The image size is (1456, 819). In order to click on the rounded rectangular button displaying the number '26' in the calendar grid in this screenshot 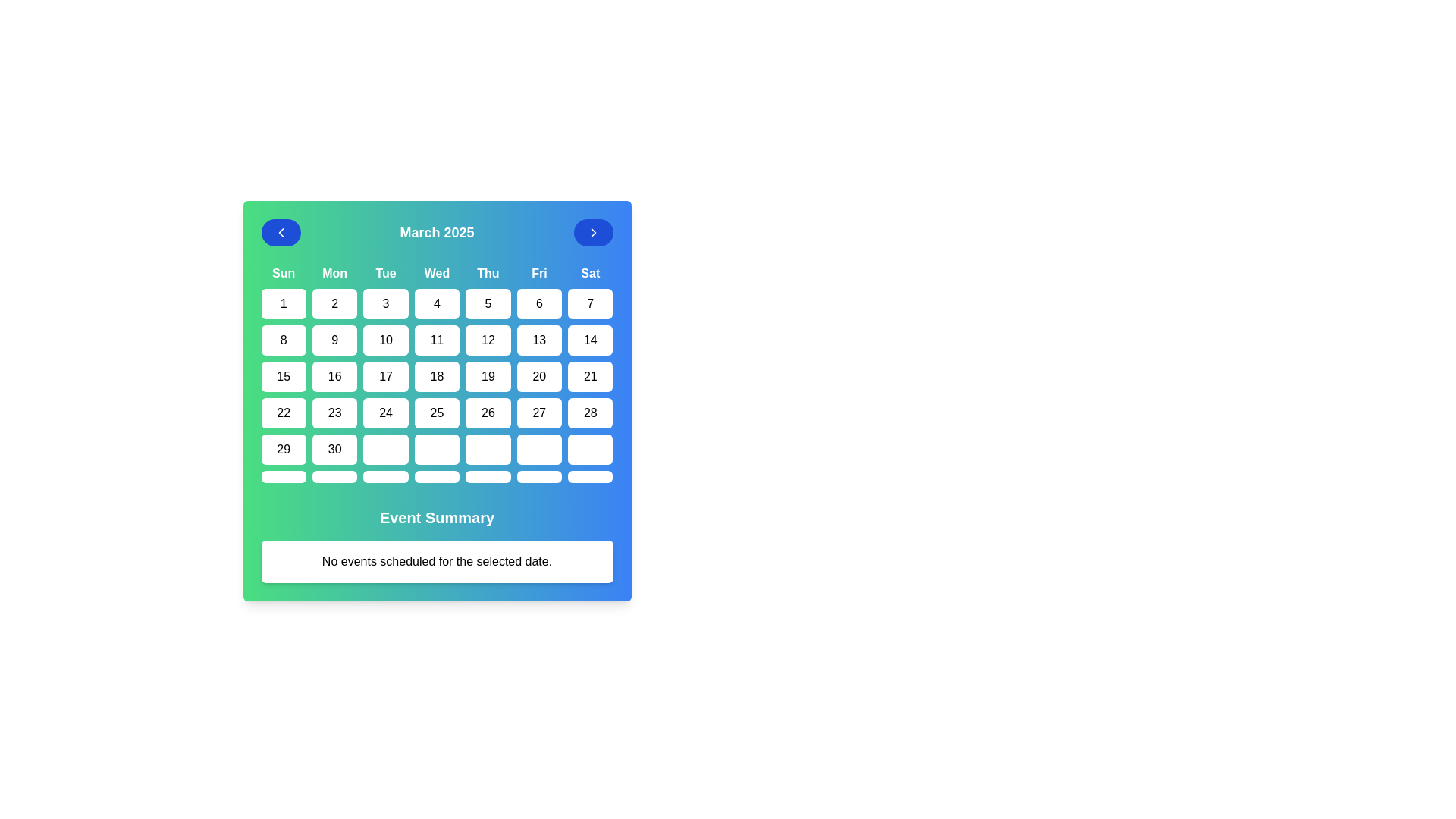, I will do `click(488, 413)`.